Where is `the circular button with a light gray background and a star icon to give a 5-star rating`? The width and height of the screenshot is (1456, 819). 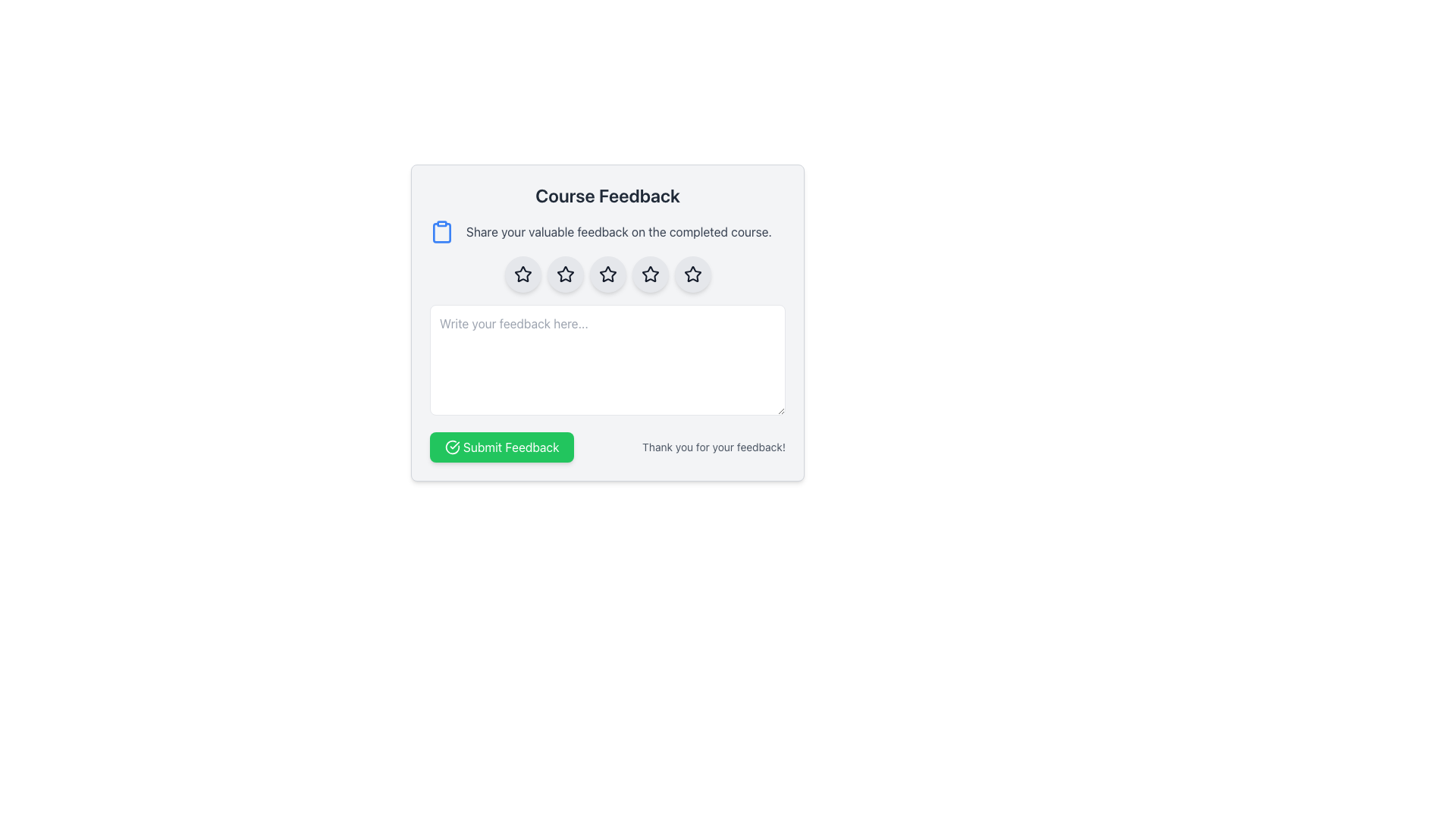
the circular button with a light gray background and a star icon to give a 5-star rating is located at coordinates (692, 275).